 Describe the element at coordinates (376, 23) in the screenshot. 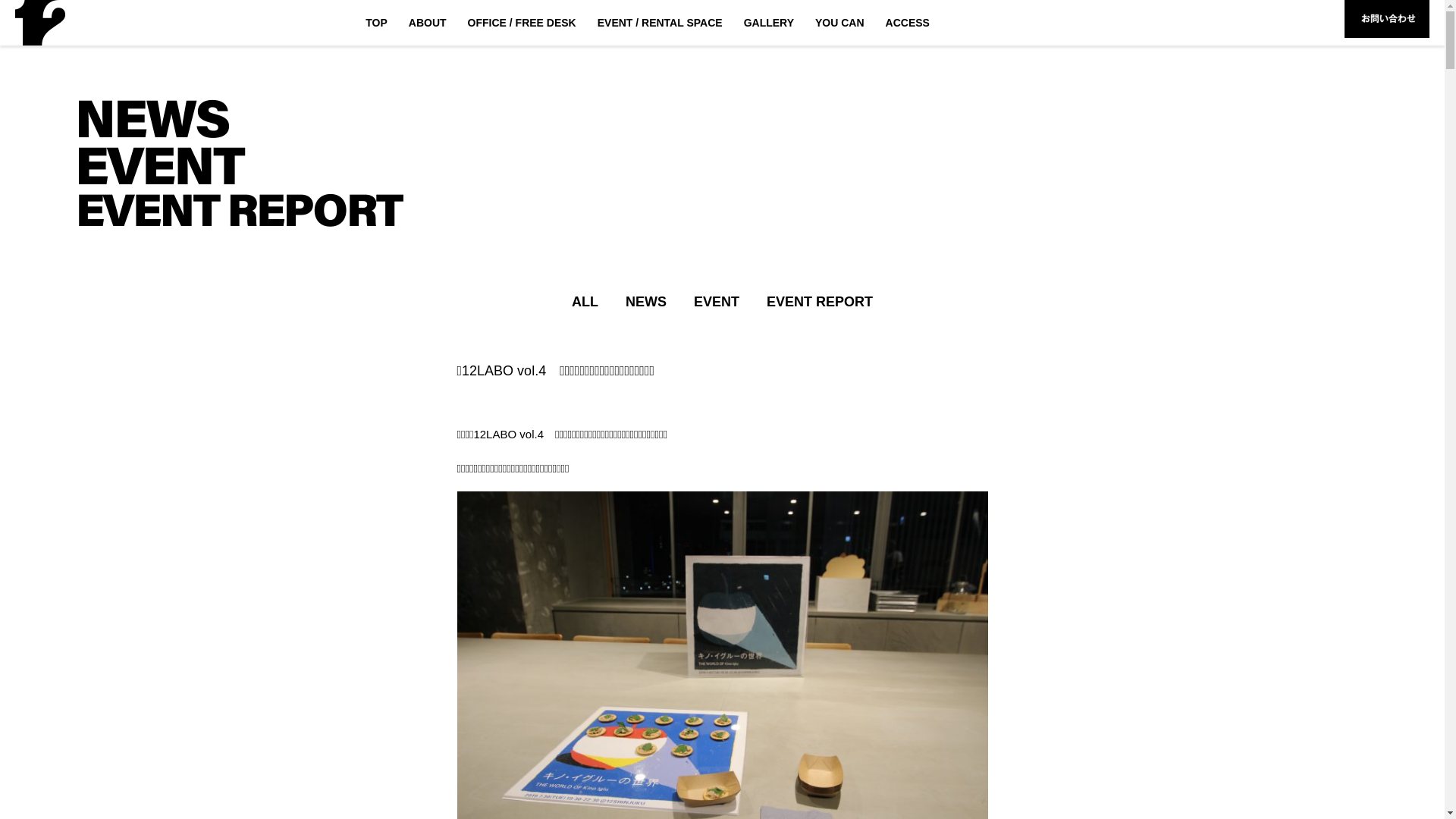

I see `'TOP'` at that location.